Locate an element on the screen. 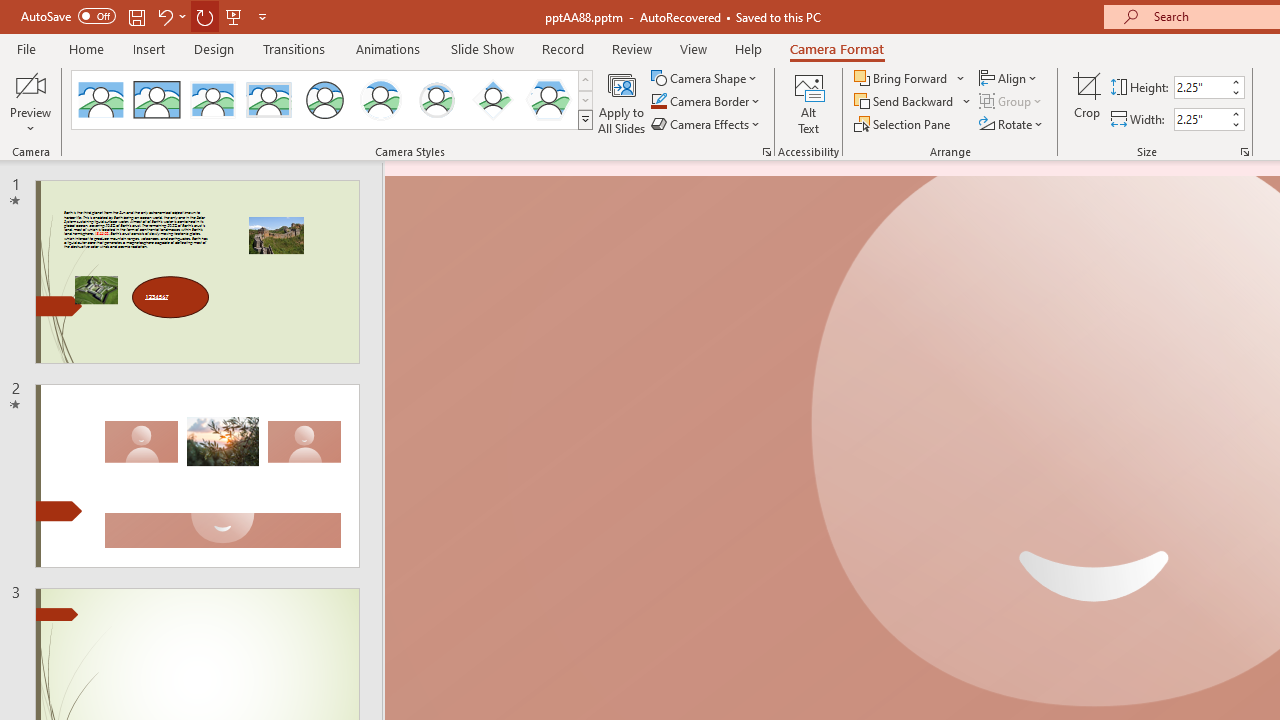  'AutomationID: CameoStylesGallery' is located at coordinates (333, 100).